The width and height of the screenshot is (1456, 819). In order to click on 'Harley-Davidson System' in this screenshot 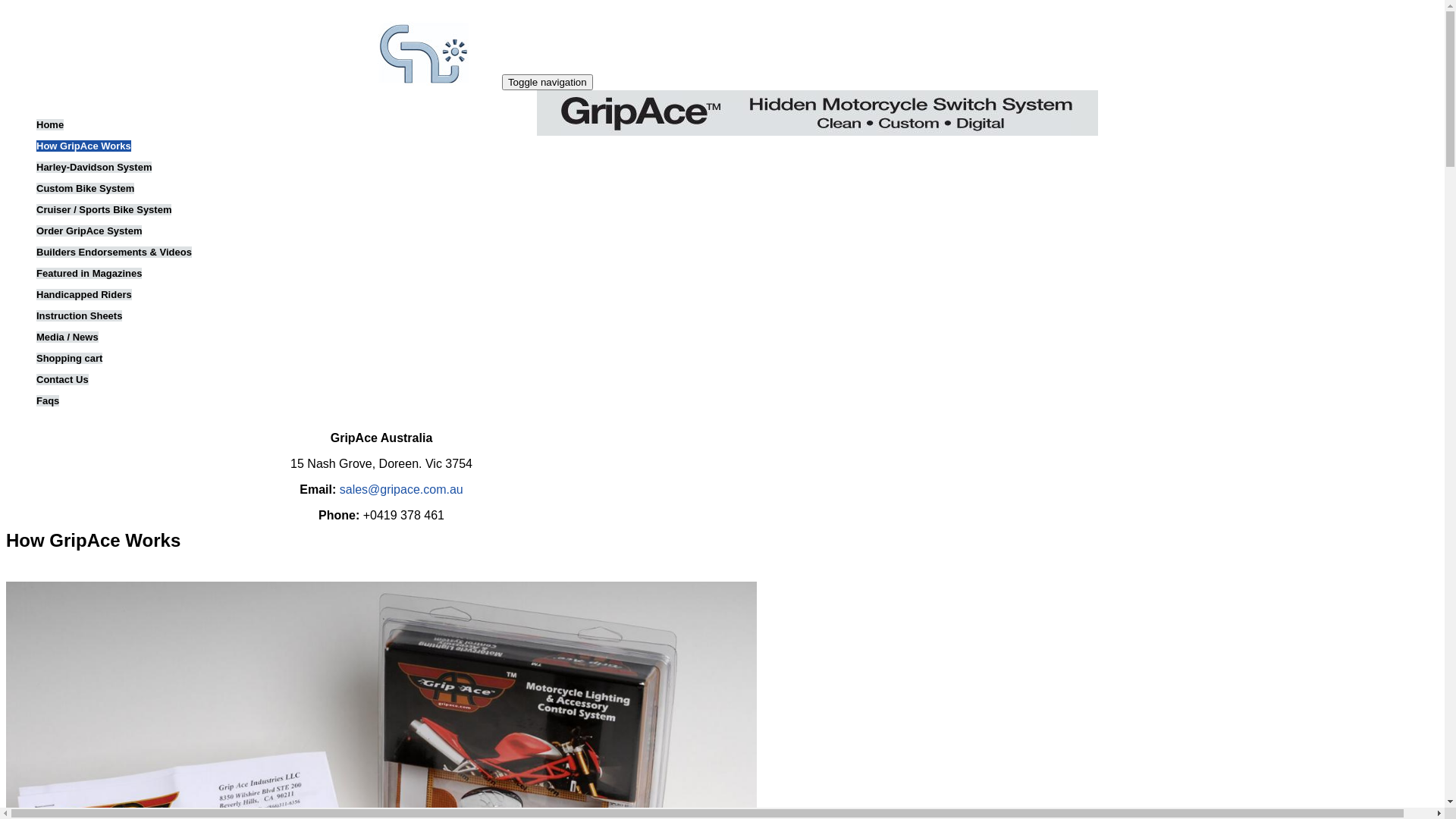, I will do `click(93, 167)`.